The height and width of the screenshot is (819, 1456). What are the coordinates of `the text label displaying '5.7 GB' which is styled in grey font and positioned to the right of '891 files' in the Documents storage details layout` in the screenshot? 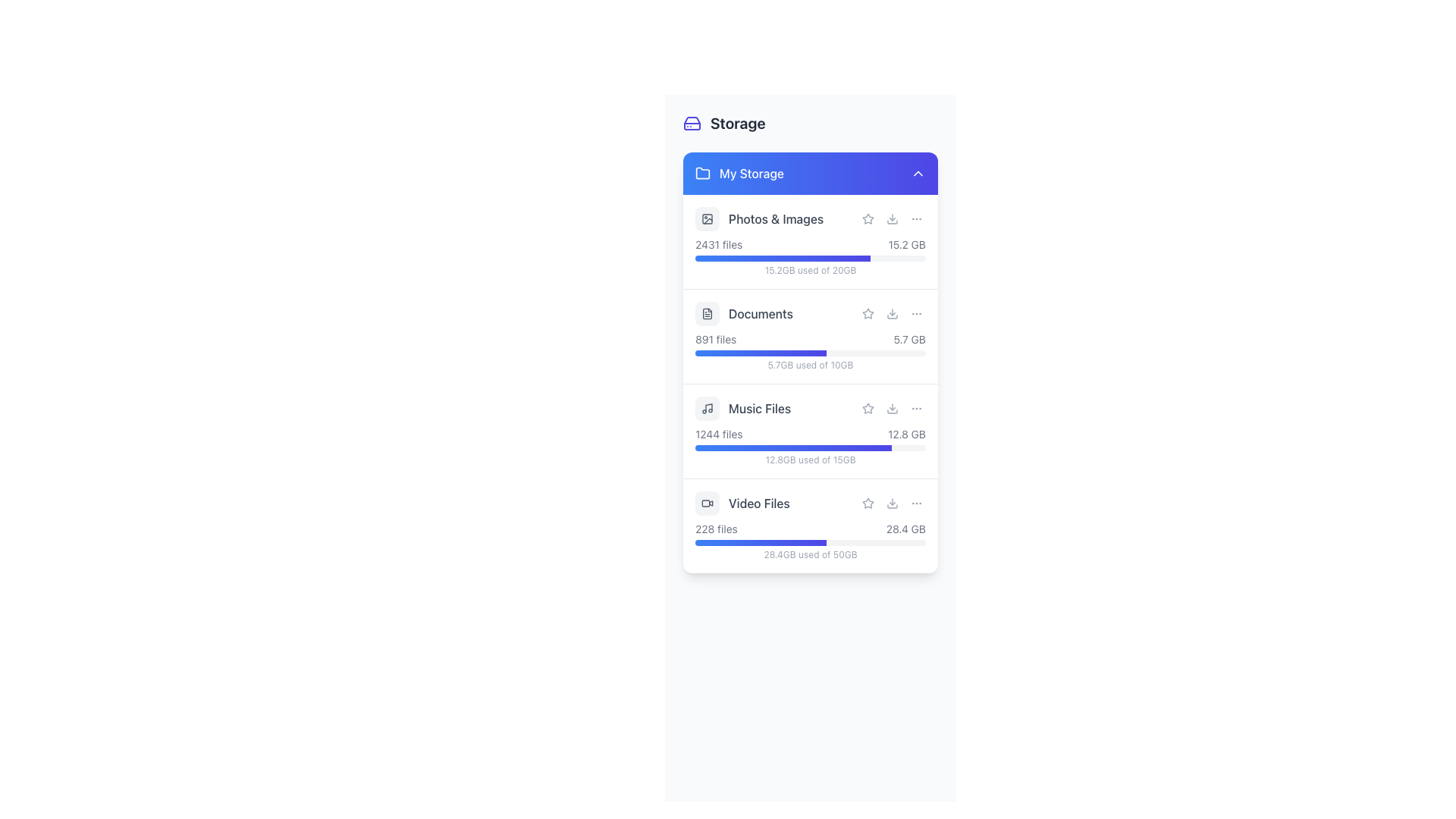 It's located at (909, 338).